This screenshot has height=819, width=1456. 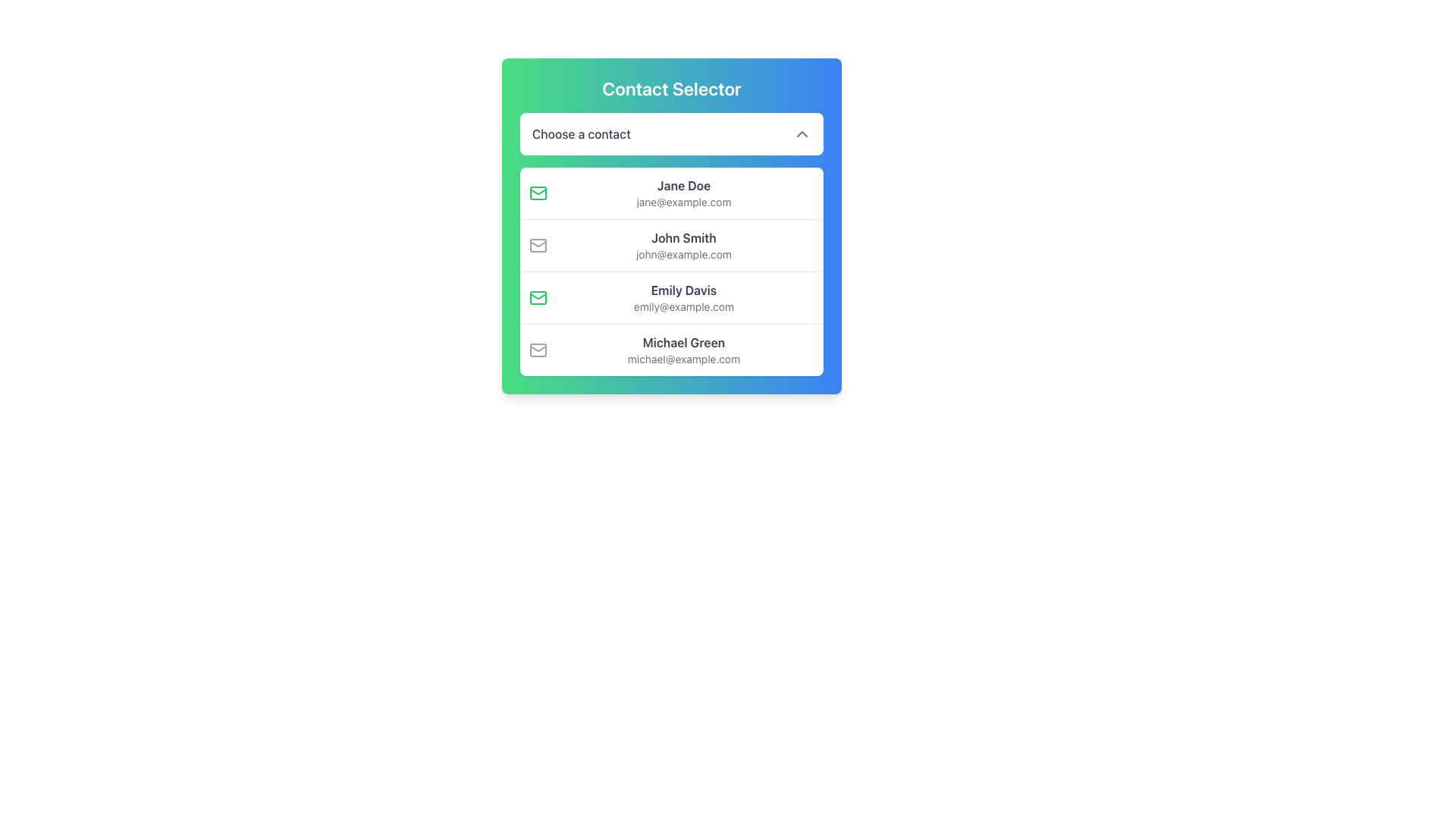 I want to click on the email icon associated with the contact 'Jane Doe', which is visually indicated by a green color and positioned to the left of the name and email address, so click(x=538, y=192).